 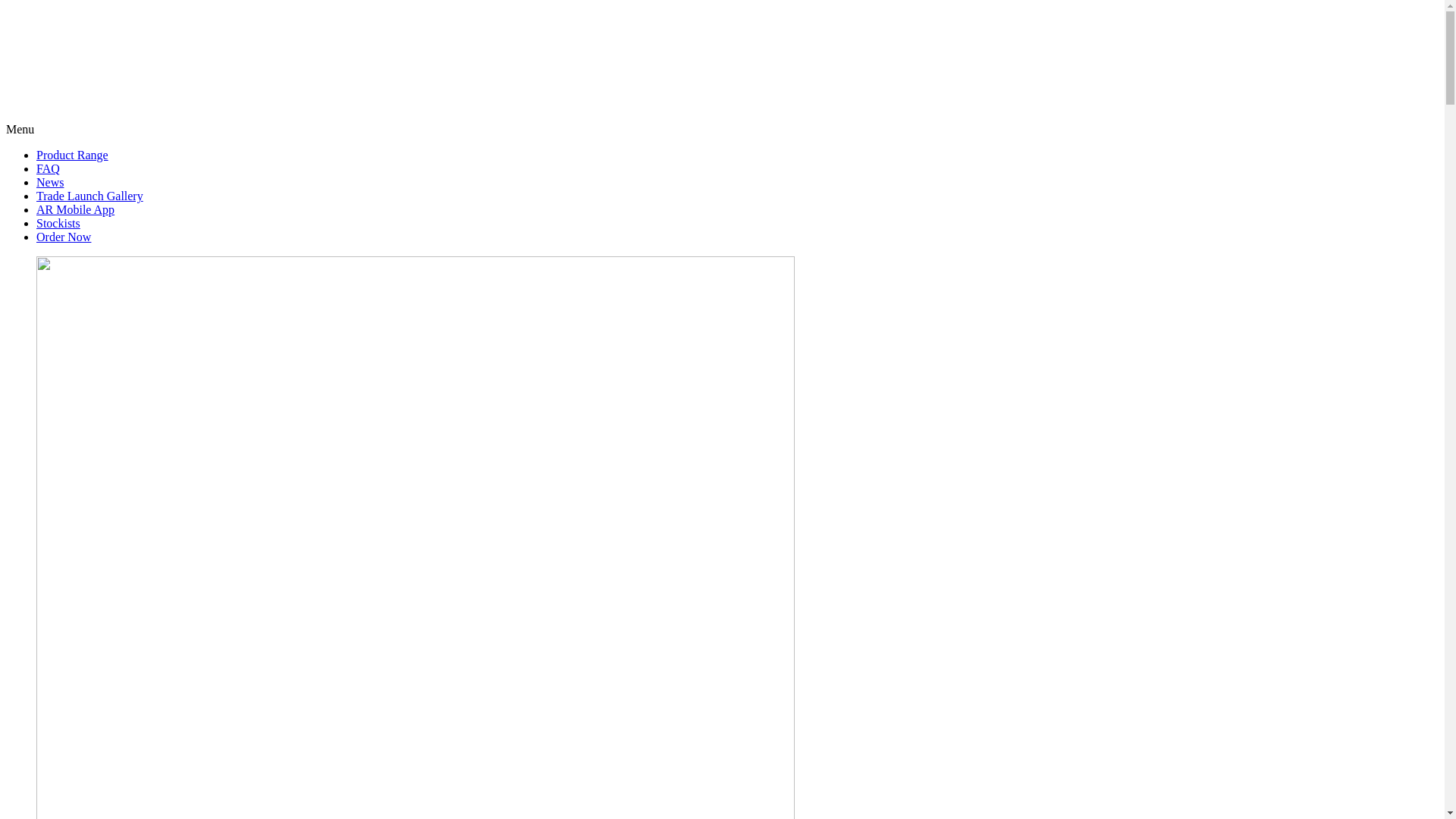 What do you see at coordinates (71, 155) in the screenshot?
I see `'Product Range'` at bounding box center [71, 155].